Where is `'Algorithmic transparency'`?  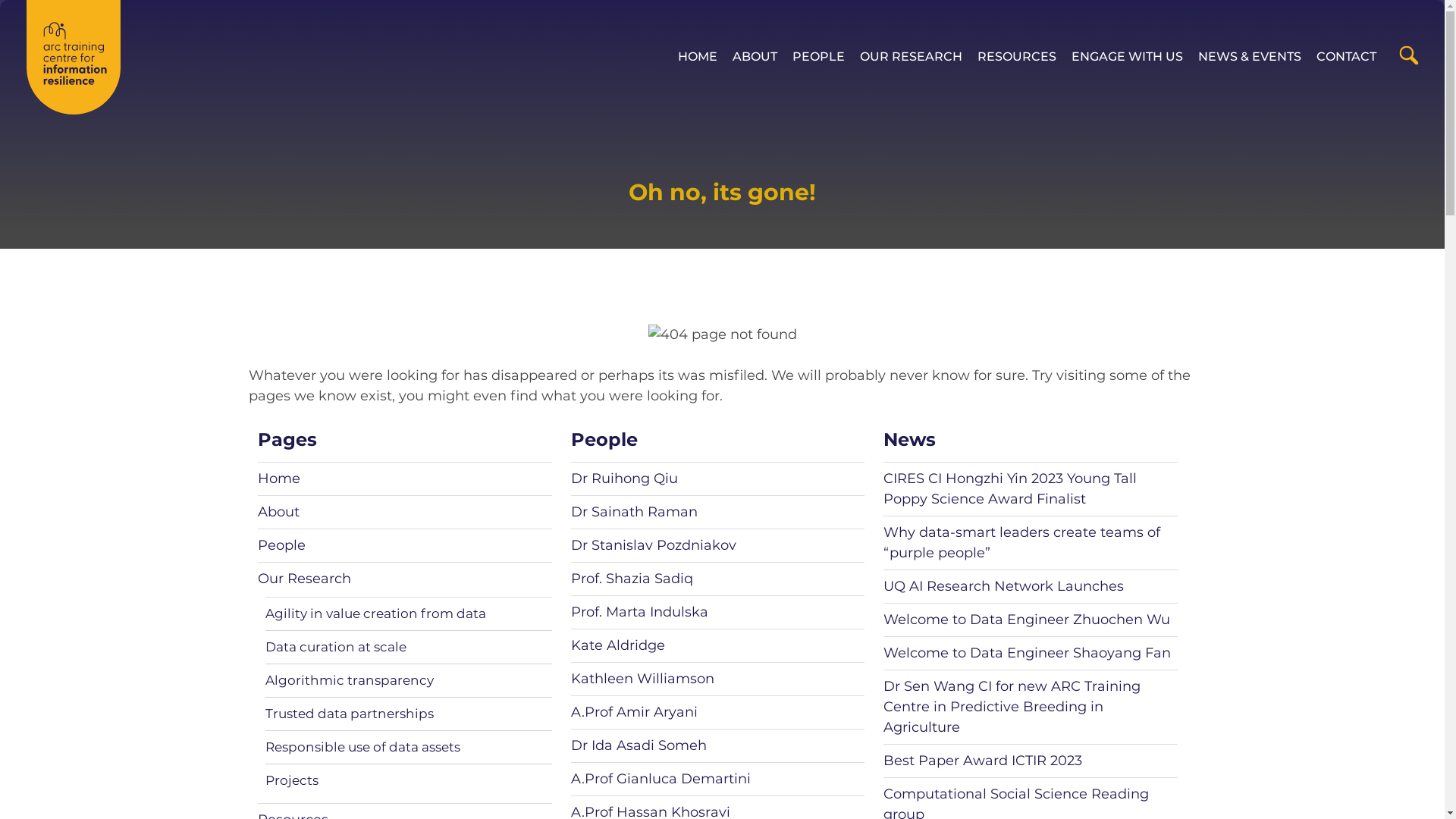
'Algorithmic transparency' is located at coordinates (348, 679).